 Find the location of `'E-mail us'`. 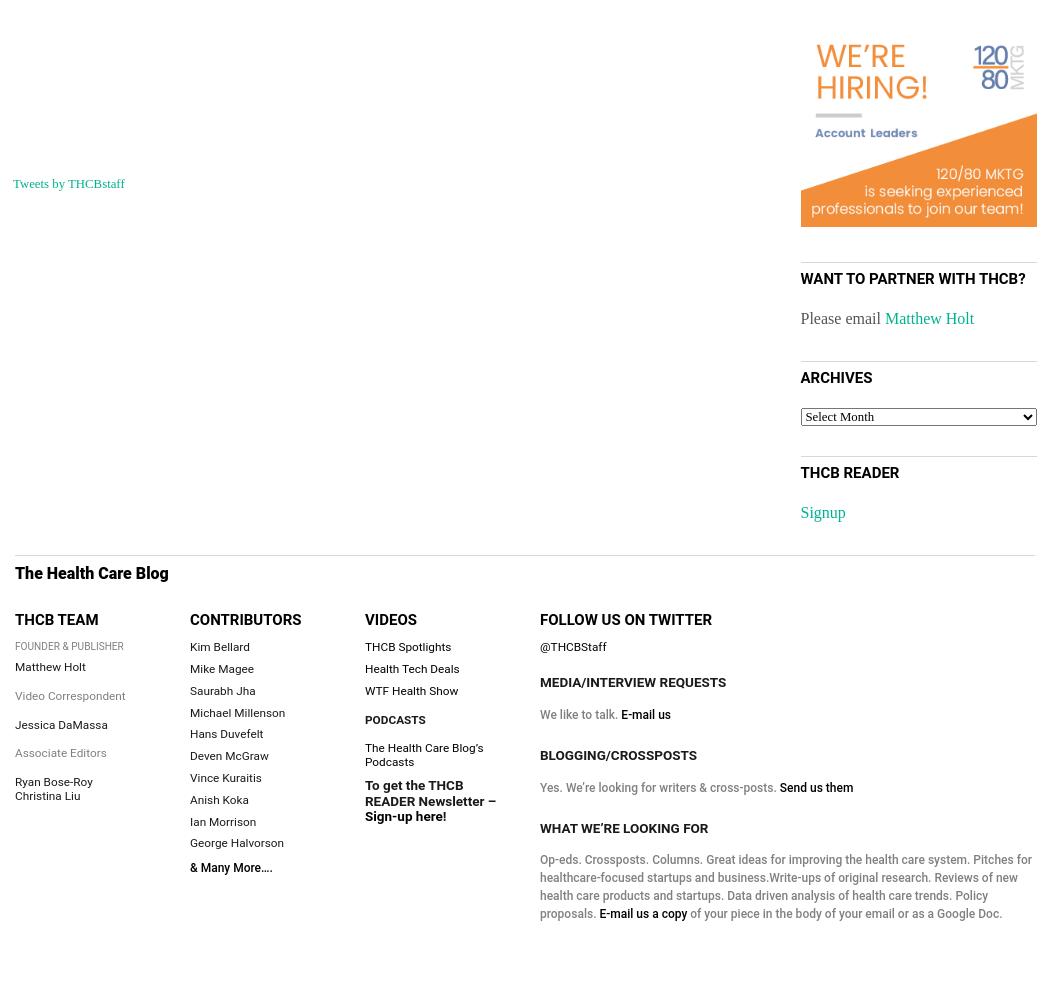

'E-mail us' is located at coordinates (618, 713).